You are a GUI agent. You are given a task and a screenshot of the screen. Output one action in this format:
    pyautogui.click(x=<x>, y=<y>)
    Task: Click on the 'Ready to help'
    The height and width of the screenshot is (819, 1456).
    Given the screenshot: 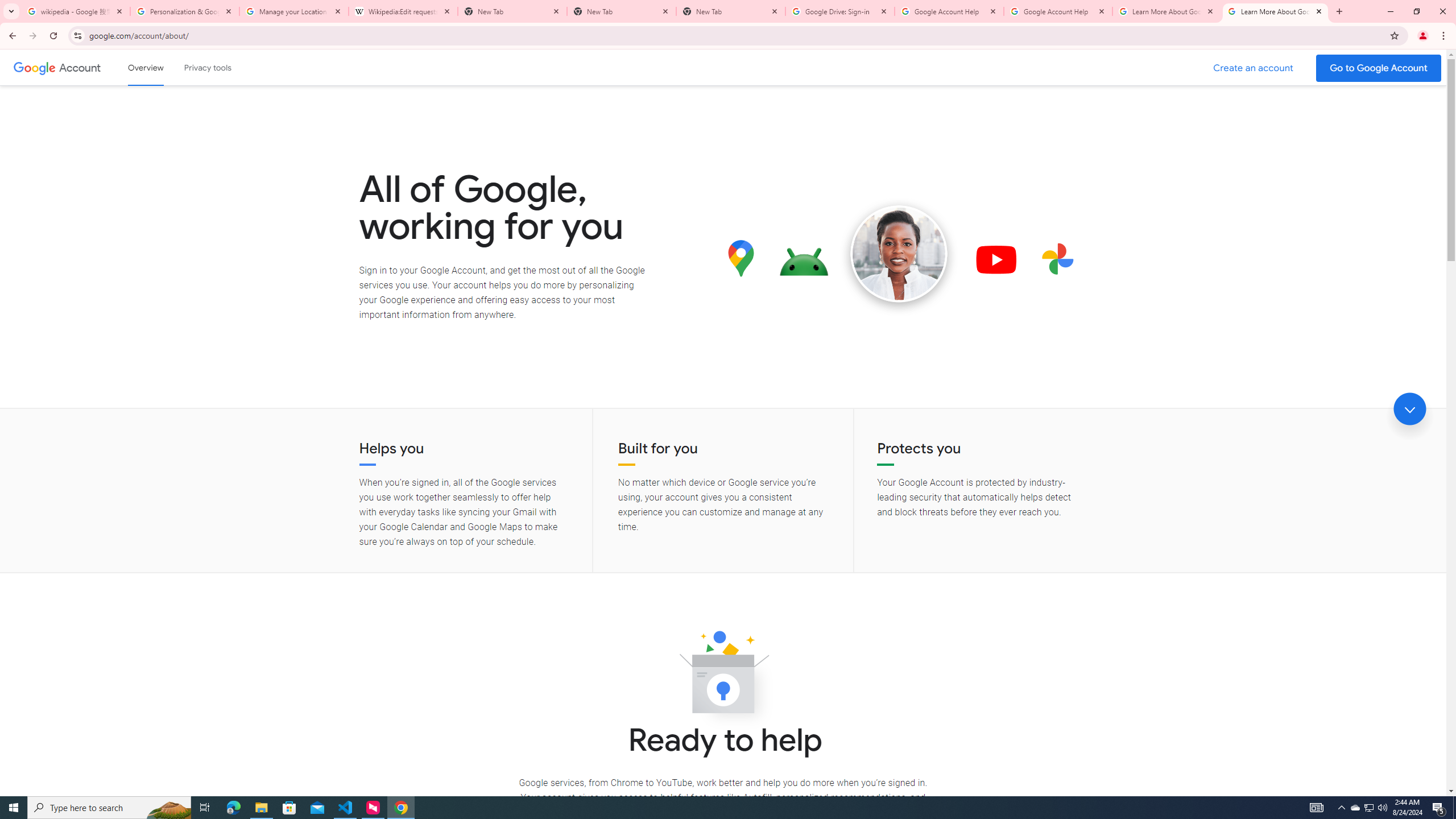 What is the action you would take?
    pyautogui.click(x=723, y=675)
    